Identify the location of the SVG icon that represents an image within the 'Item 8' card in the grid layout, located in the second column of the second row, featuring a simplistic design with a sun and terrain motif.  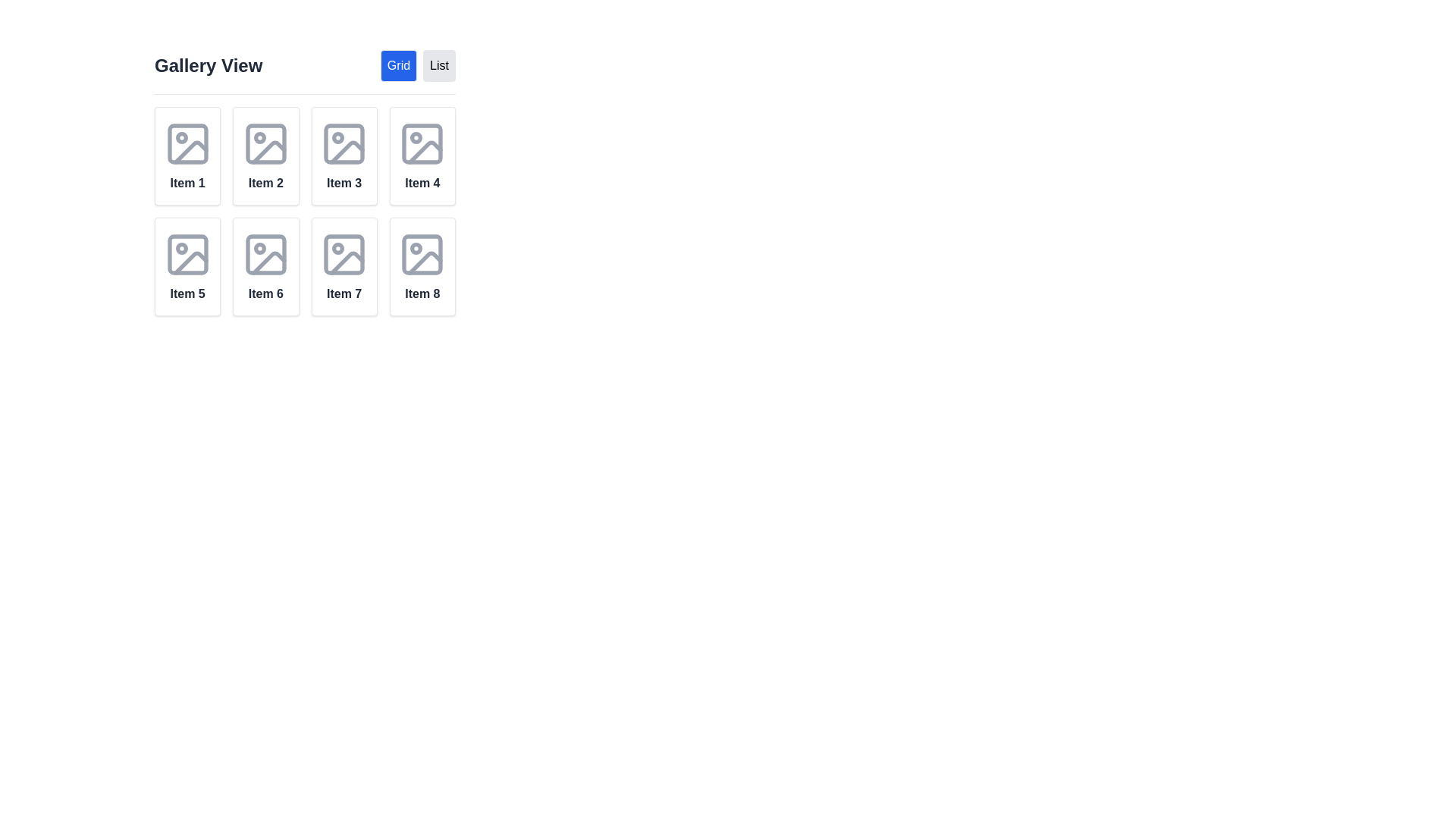
(422, 253).